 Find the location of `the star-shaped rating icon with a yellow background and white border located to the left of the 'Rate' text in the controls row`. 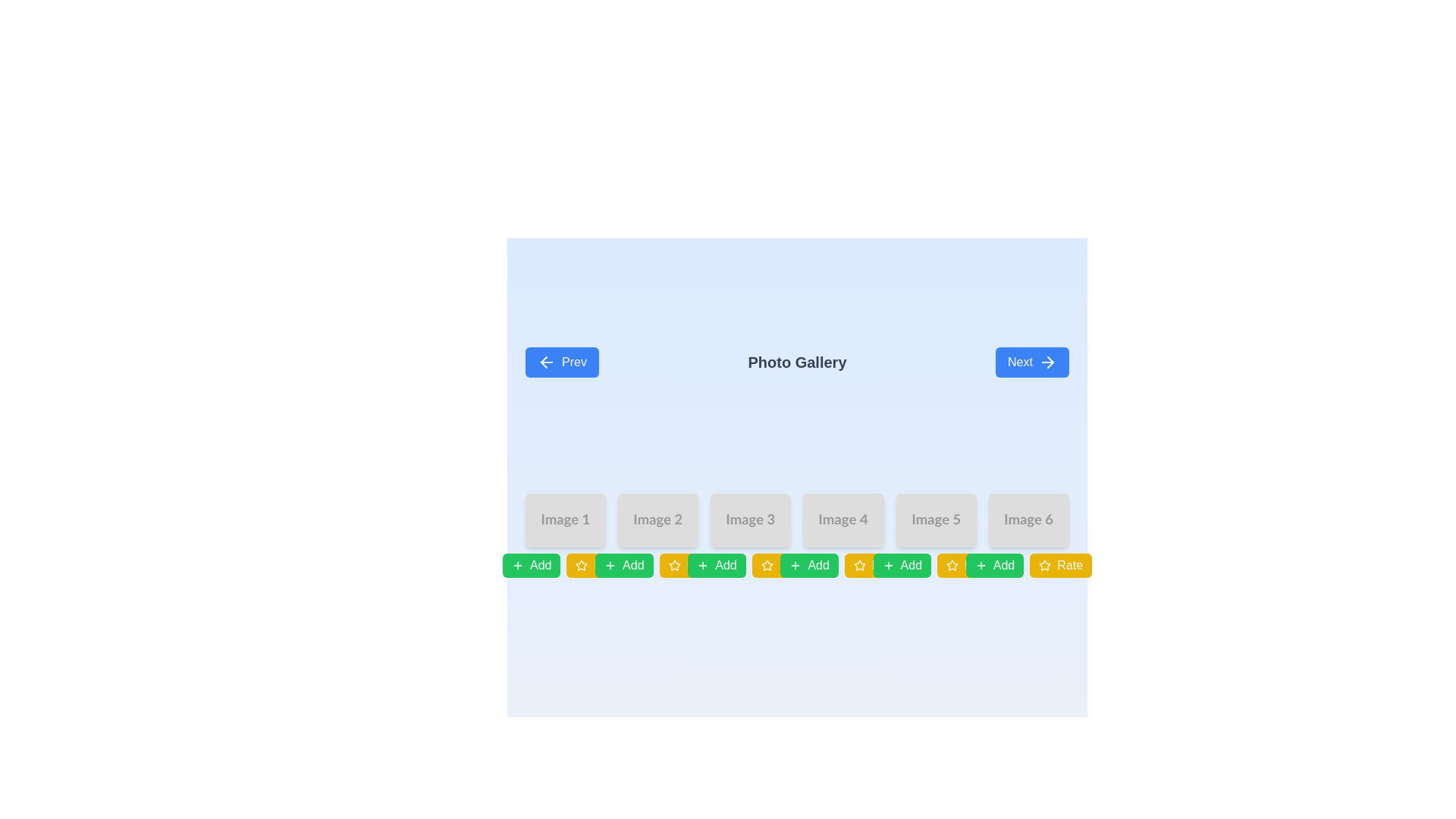

the star-shaped rating icon with a yellow background and white border located to the left of the 'Rate' text in the controls row is located at coordinates (952, 565).